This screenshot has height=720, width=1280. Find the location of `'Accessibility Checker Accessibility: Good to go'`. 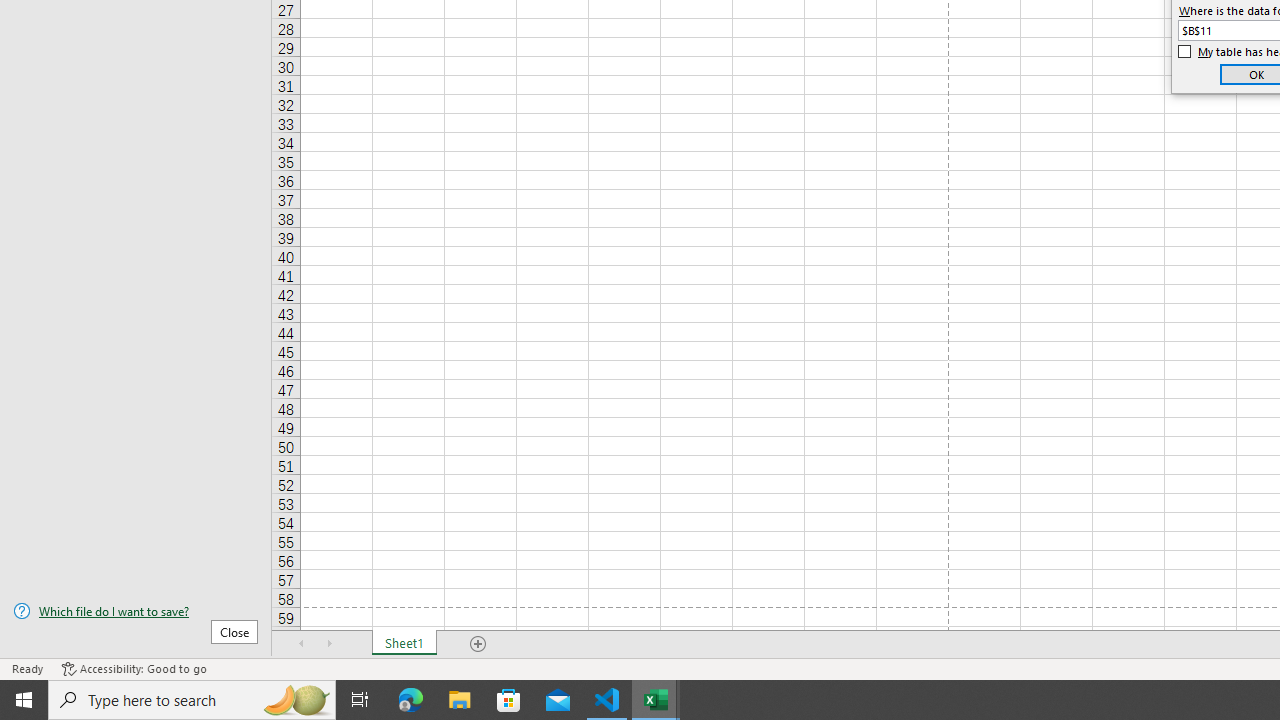

'Accessibility Checker Accessibility: Good to go' is located at coordinates (133, 669).